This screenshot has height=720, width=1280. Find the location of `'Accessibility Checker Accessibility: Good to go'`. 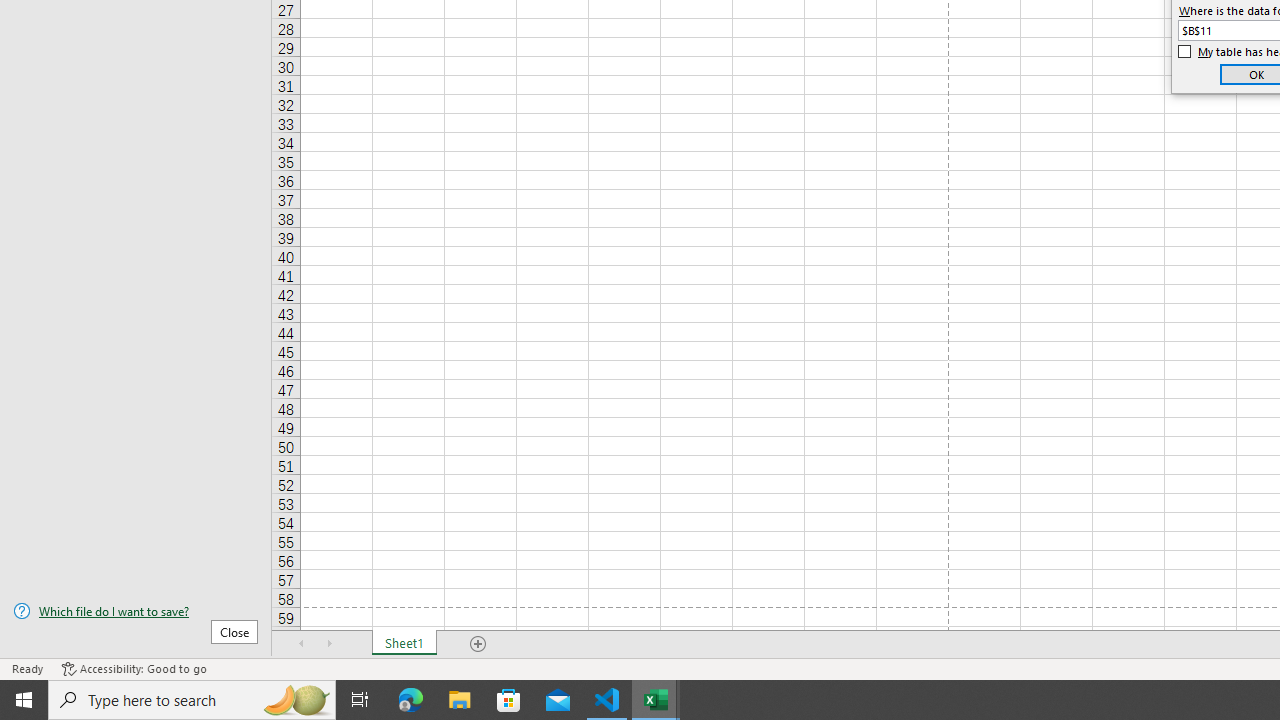

'Accessibility Checker Accessibility: Good to go' is located at coordinates (133, 669).